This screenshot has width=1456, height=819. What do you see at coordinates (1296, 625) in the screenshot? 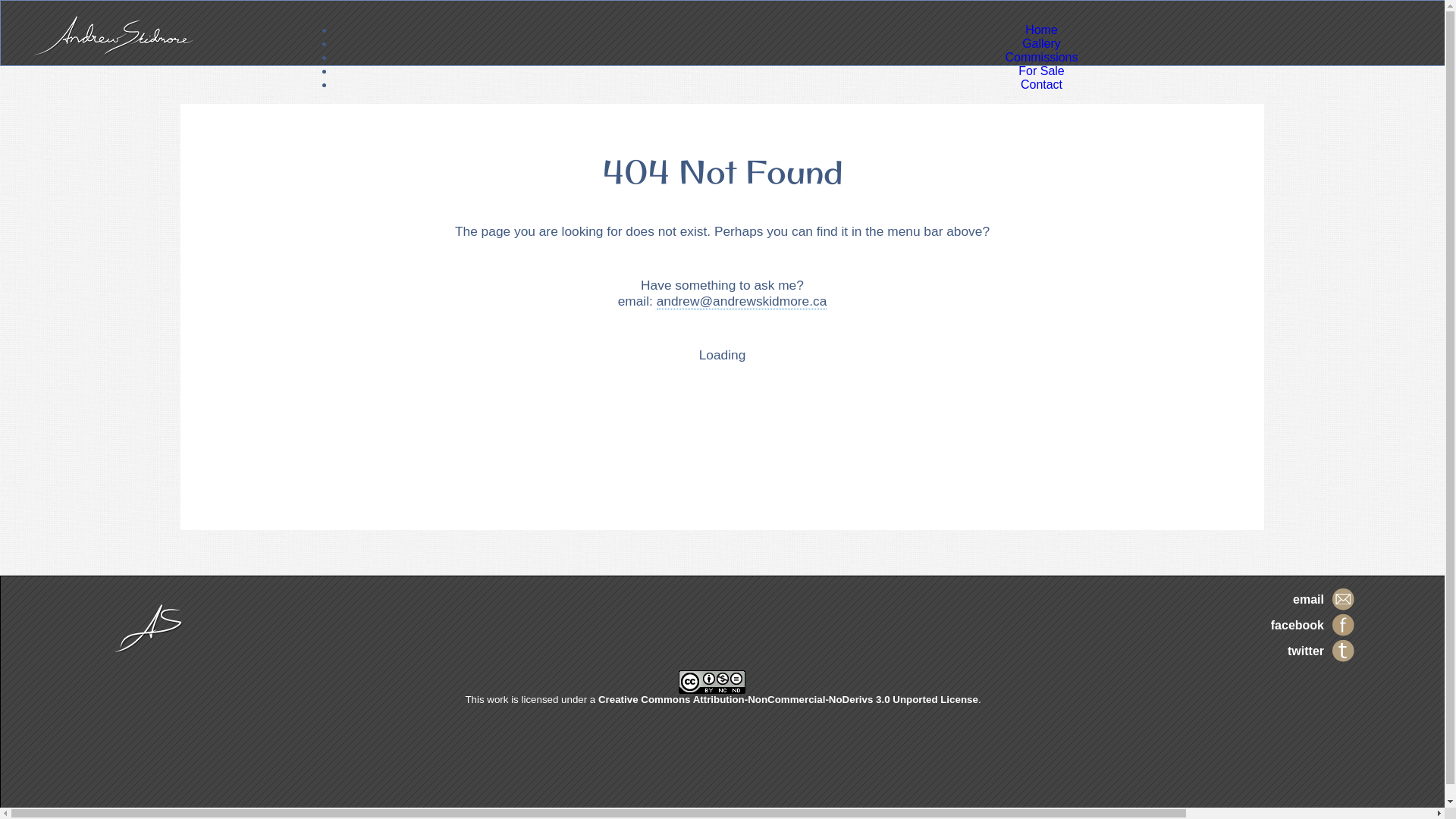
I see `'facebook'` at bounding box center [1296, 625].